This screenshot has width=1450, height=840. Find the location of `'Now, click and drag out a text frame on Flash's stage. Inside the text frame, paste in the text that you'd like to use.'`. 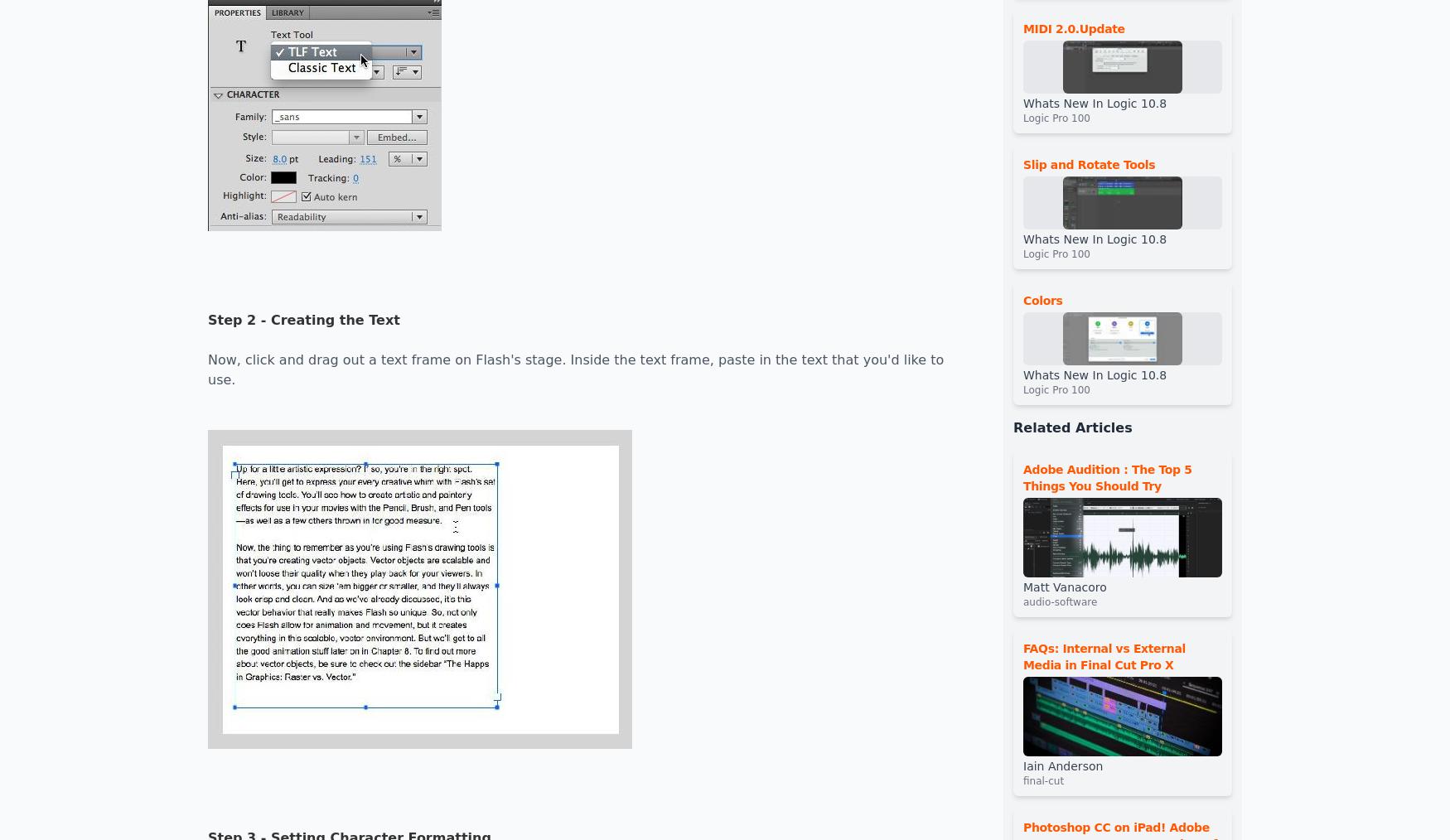

'Now, click and drag out a text frame on Flash's stage. Inside the text frame, paste in the text that you'd like to use.' is located at coordinates (575, 369).